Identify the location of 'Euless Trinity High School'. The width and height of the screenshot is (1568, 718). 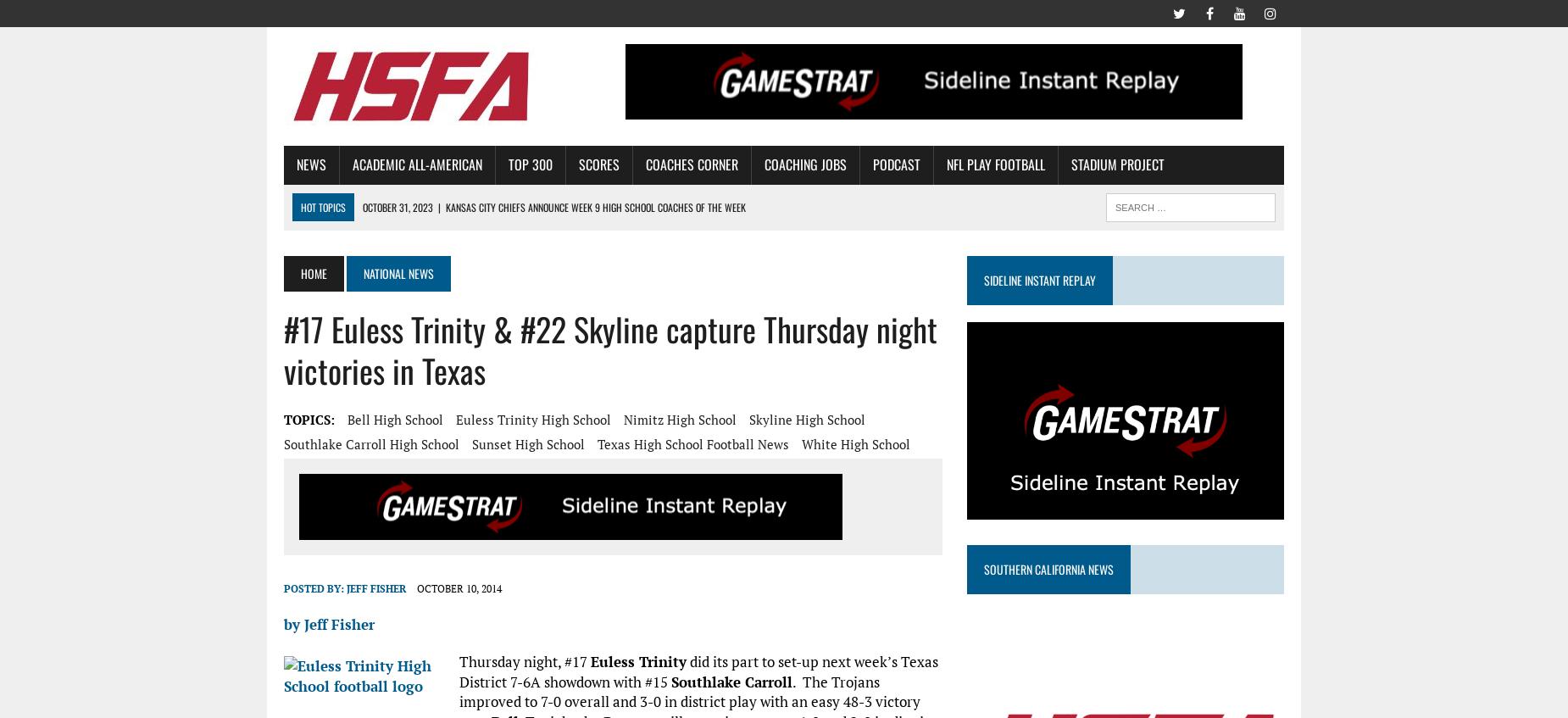
(533, 417).